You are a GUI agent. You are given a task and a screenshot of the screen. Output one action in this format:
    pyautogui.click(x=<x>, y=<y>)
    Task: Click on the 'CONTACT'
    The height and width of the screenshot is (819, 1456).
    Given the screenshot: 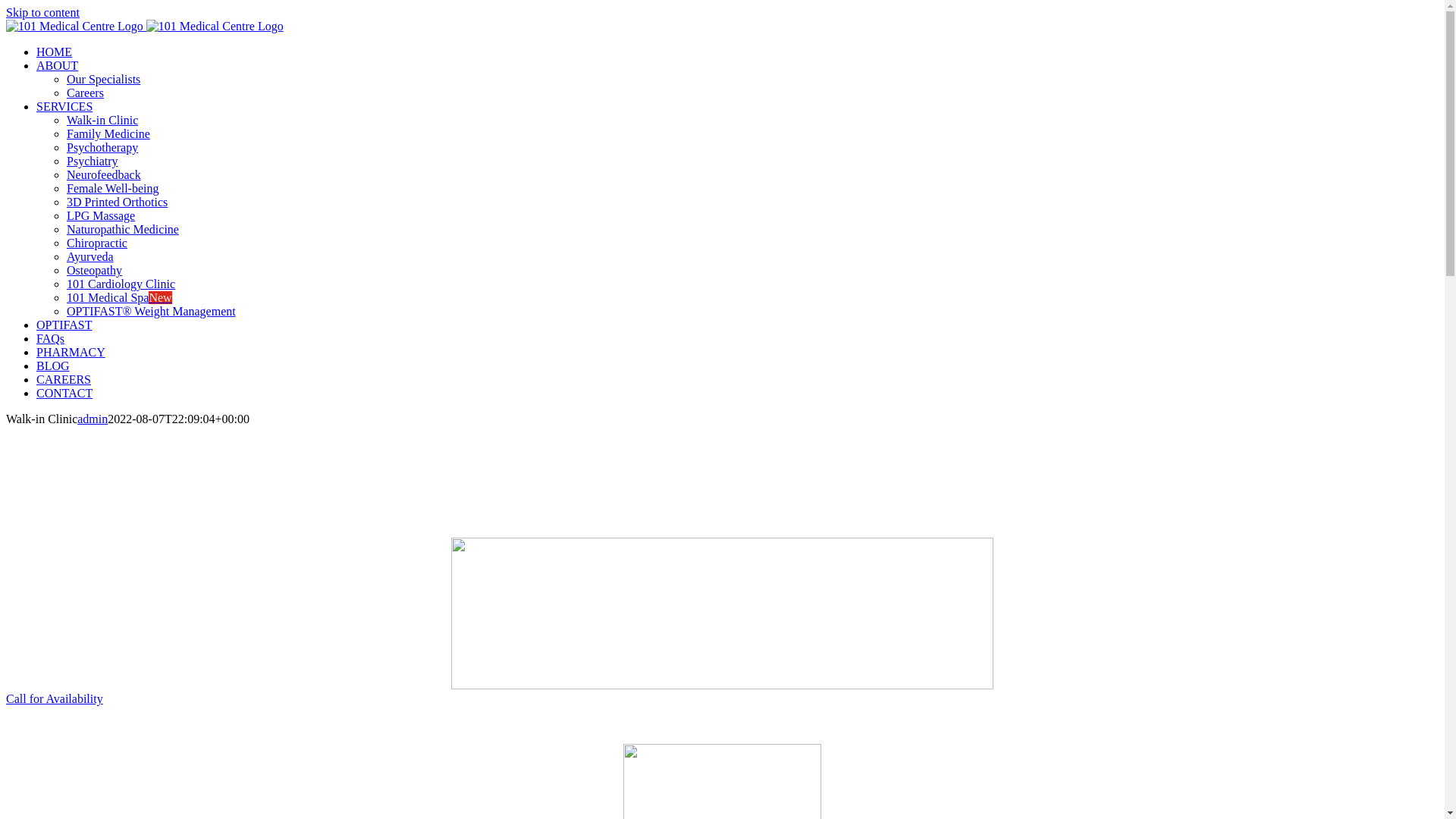 What is the action you would take?
    pyautogui.click(x=64, y=392)
    